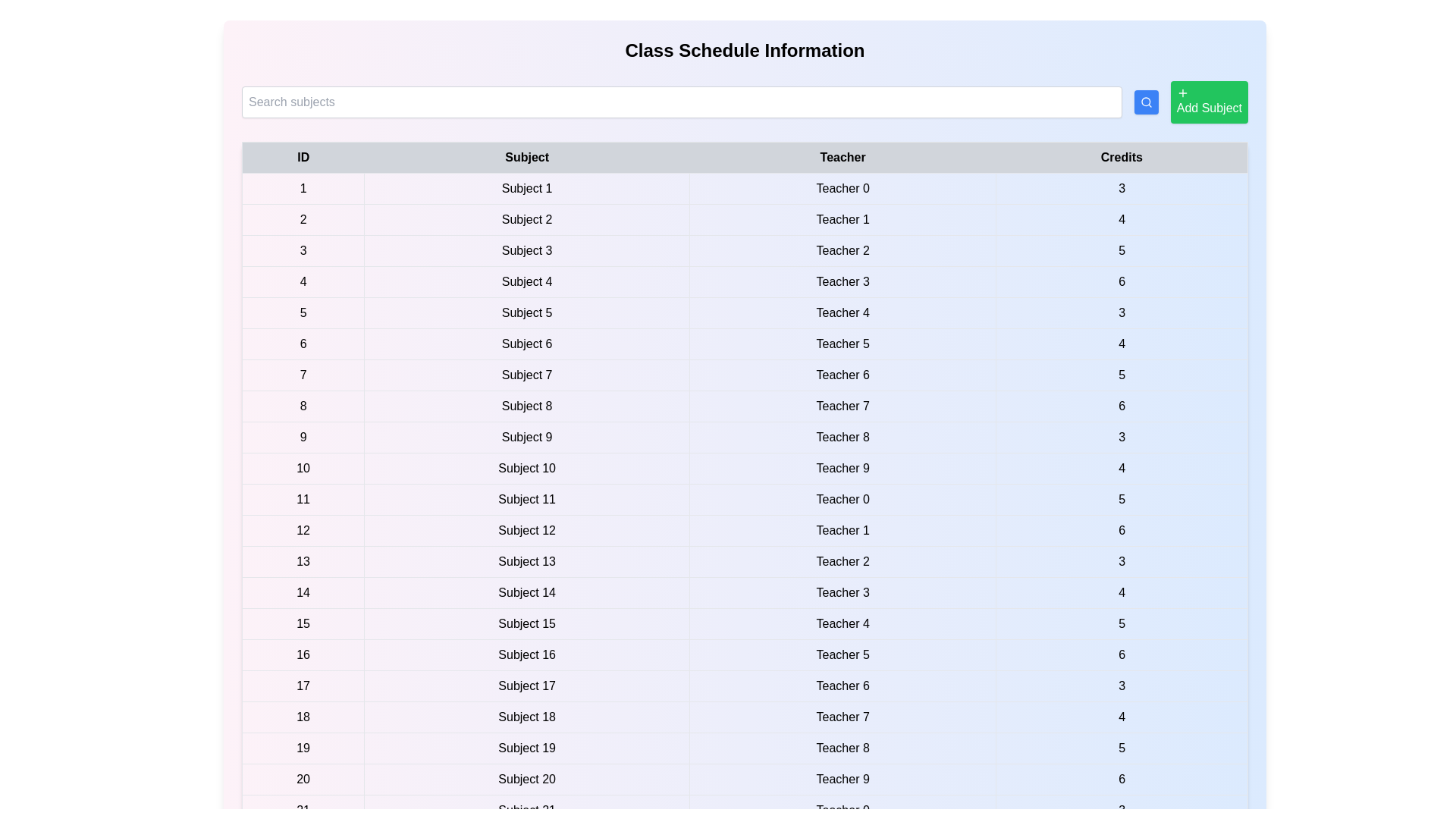  I want to click on the table header Credits to sort by that column, so click(1122, 158).